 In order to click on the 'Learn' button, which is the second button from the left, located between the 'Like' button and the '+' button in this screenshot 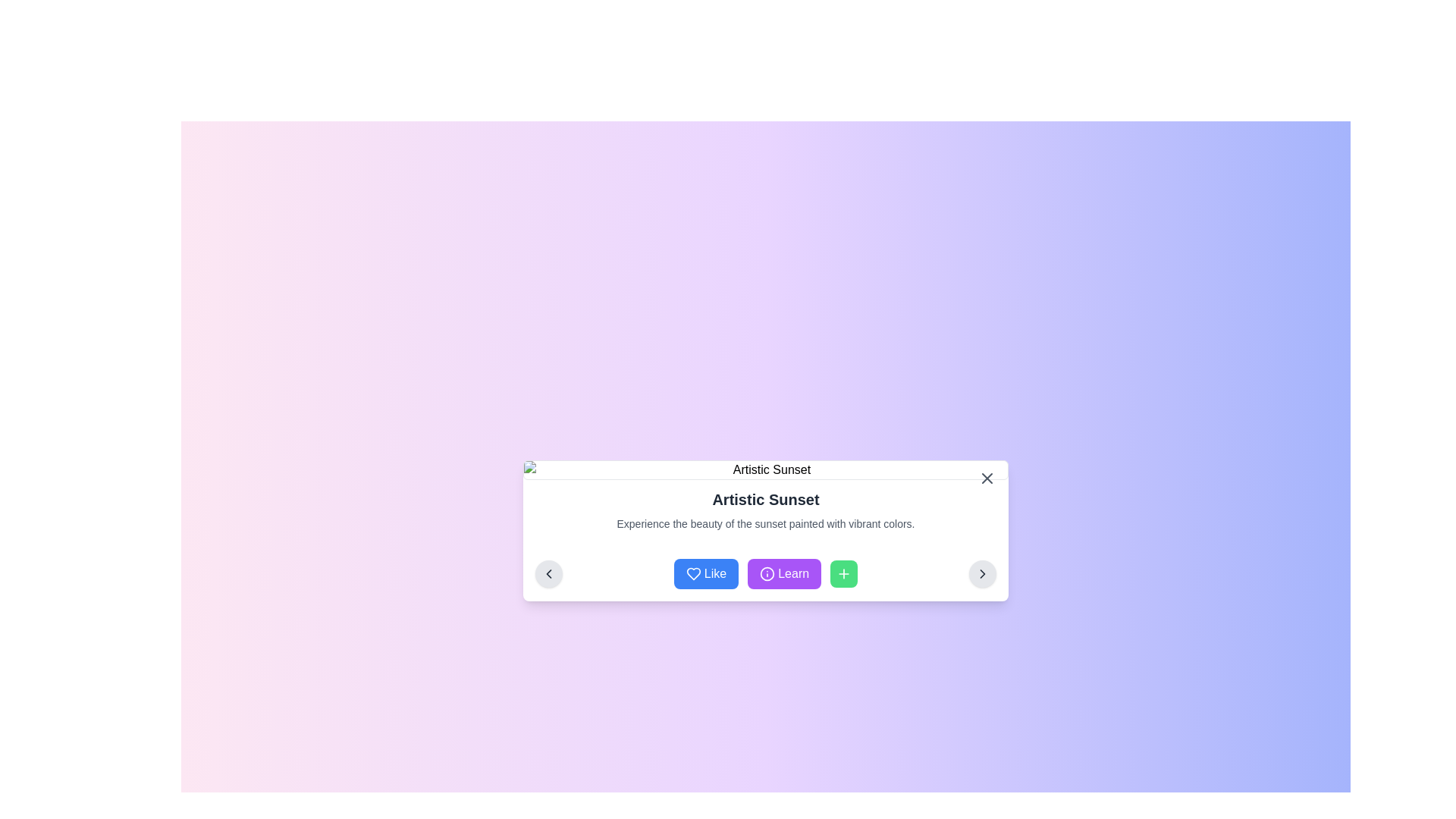, I will do `click(765, 573)`.